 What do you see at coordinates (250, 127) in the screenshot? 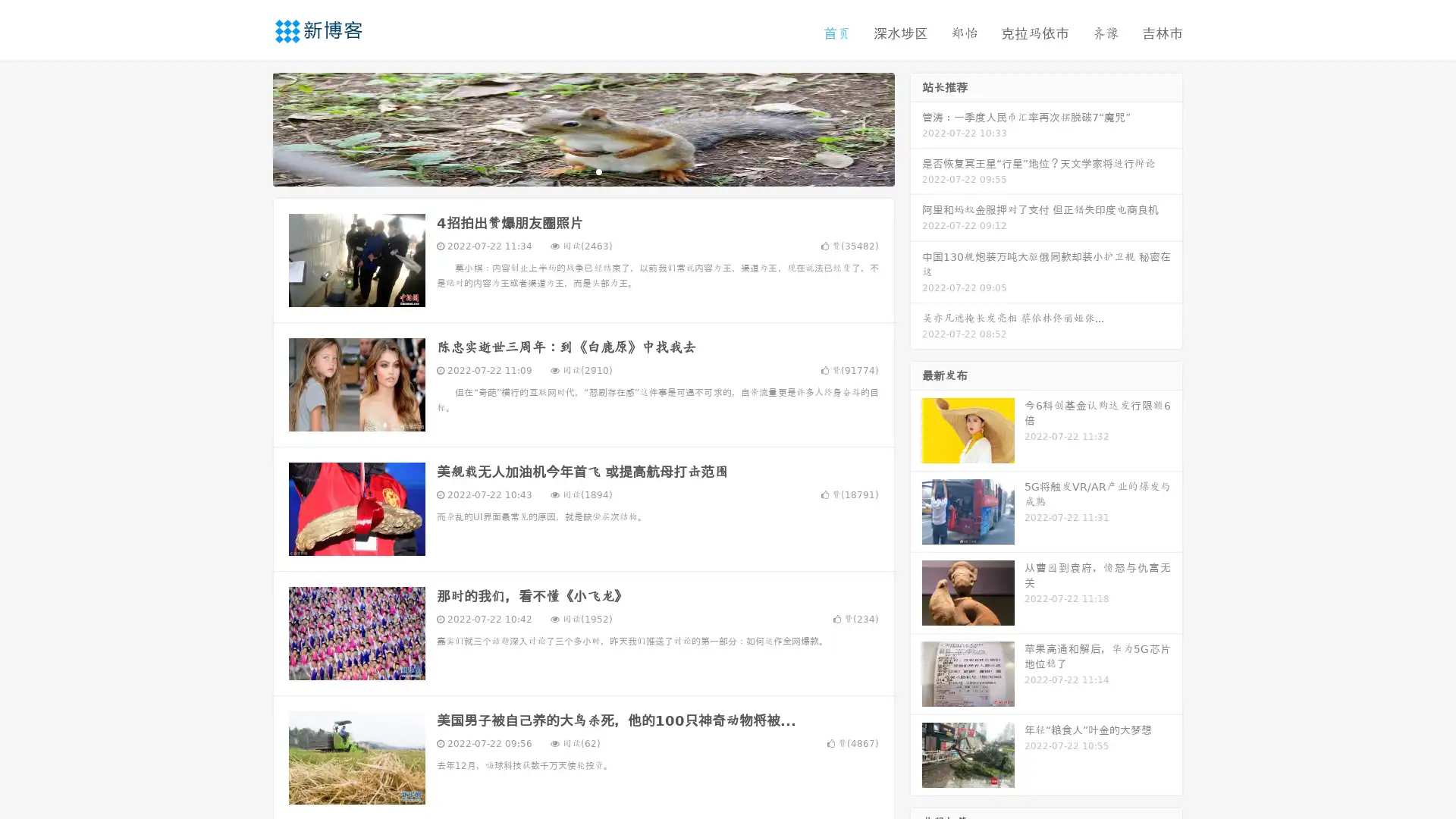
I see `Previous slide` at bounding box center [250, 127].